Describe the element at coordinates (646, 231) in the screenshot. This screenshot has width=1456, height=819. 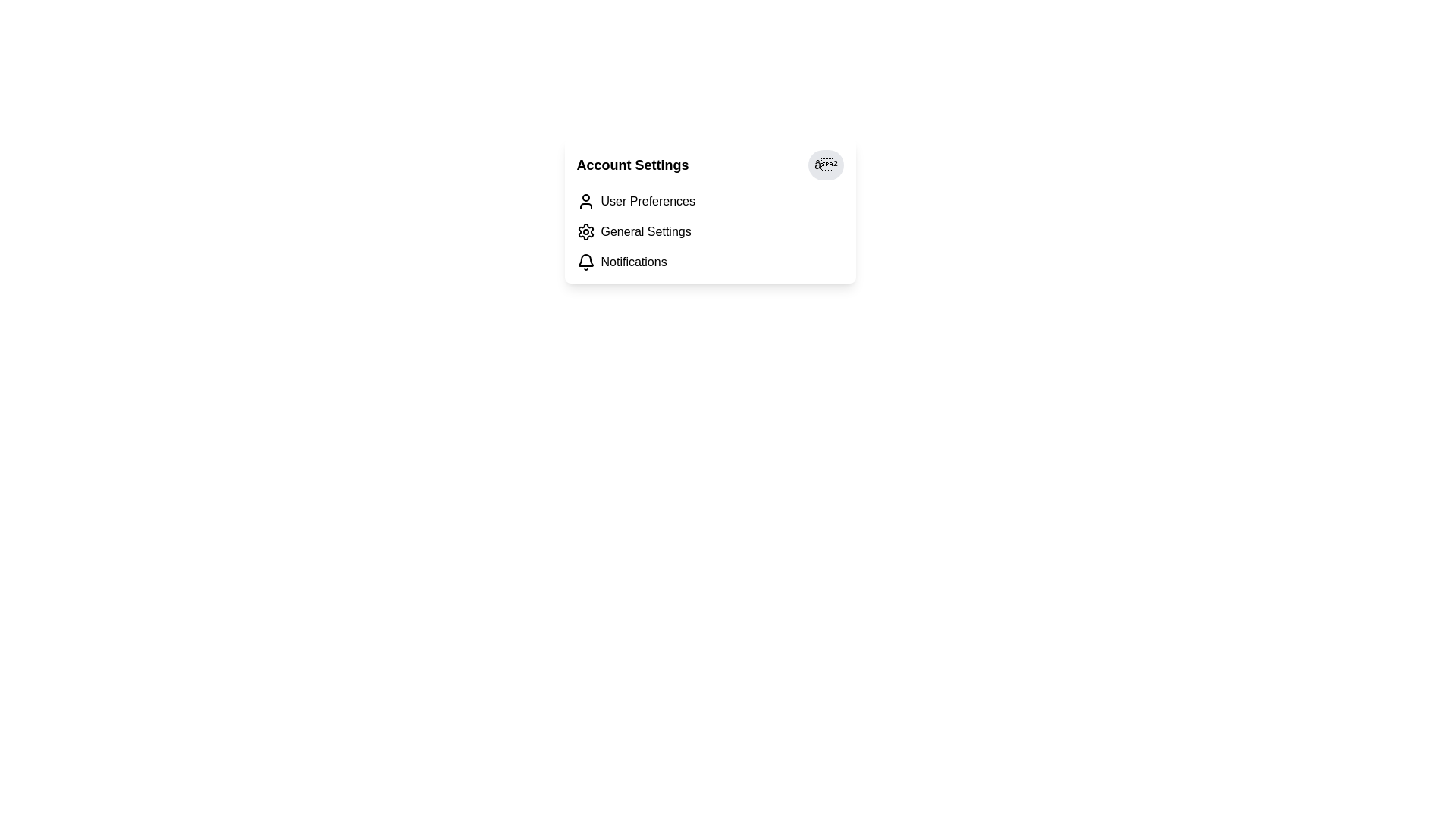
I see `the 'General Settings' menu option` at that location.